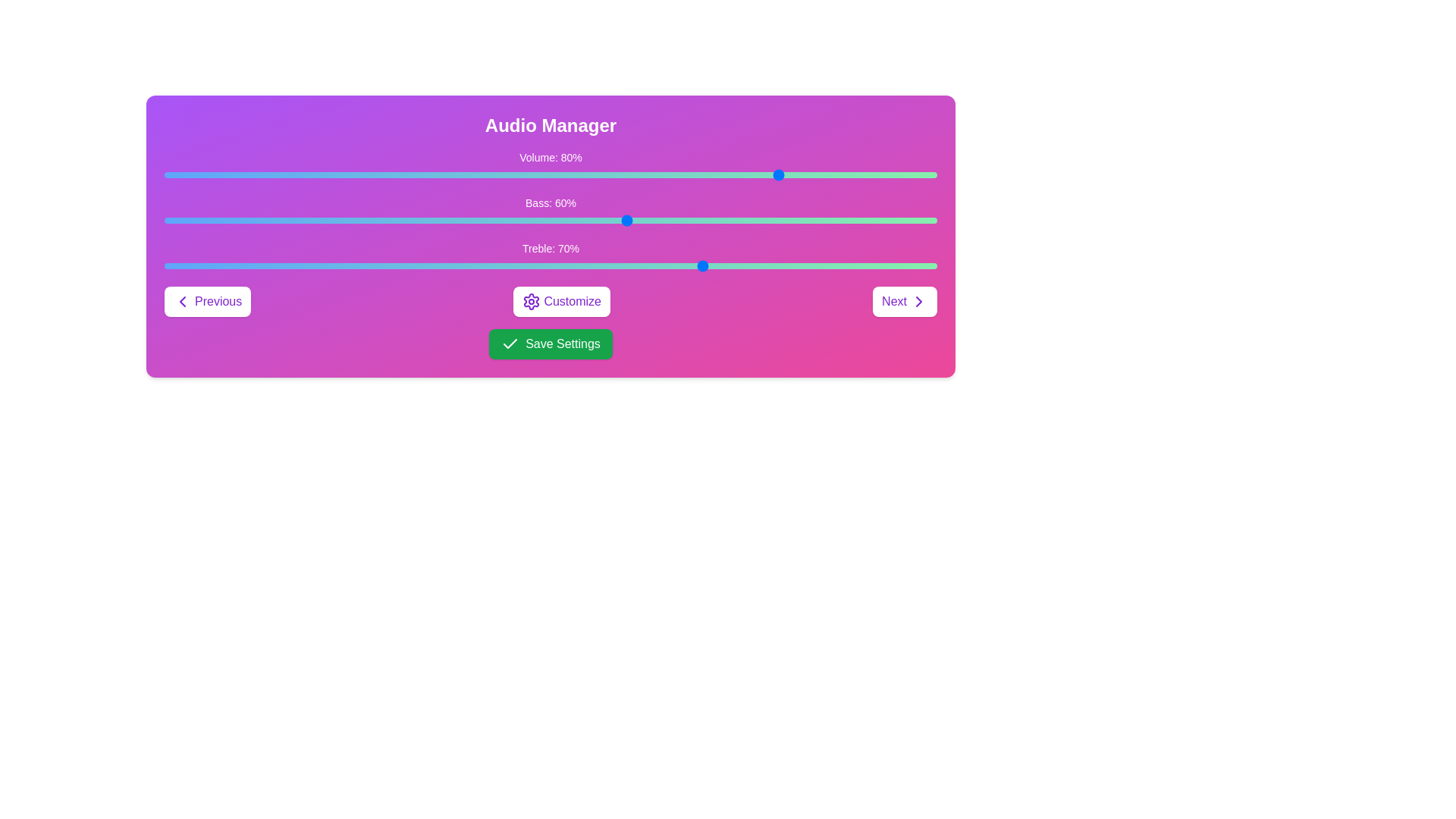 The width and height of the screenshot is (1456, 819). Describe the element at coordinates (918, 301) in the screenshot. I see `the visual form of the rightward chevron arrow icon that is part of the 'Next' button, located on the right-hand side of the interface` at that location.